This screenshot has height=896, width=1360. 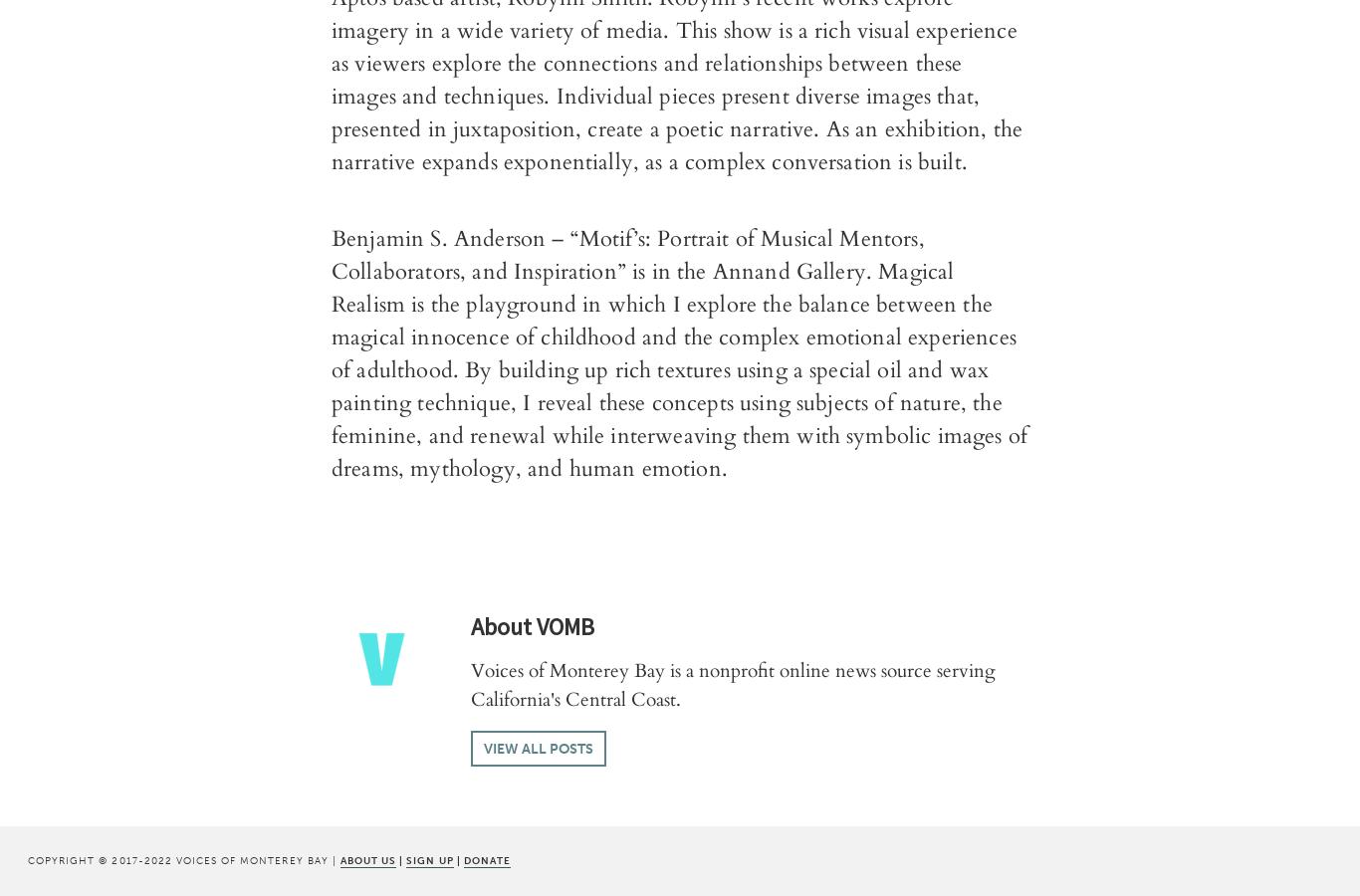 What do you see at coordinates (501, 626) in the screenshot?
I see `'About'` at bounding box center [501, 626].